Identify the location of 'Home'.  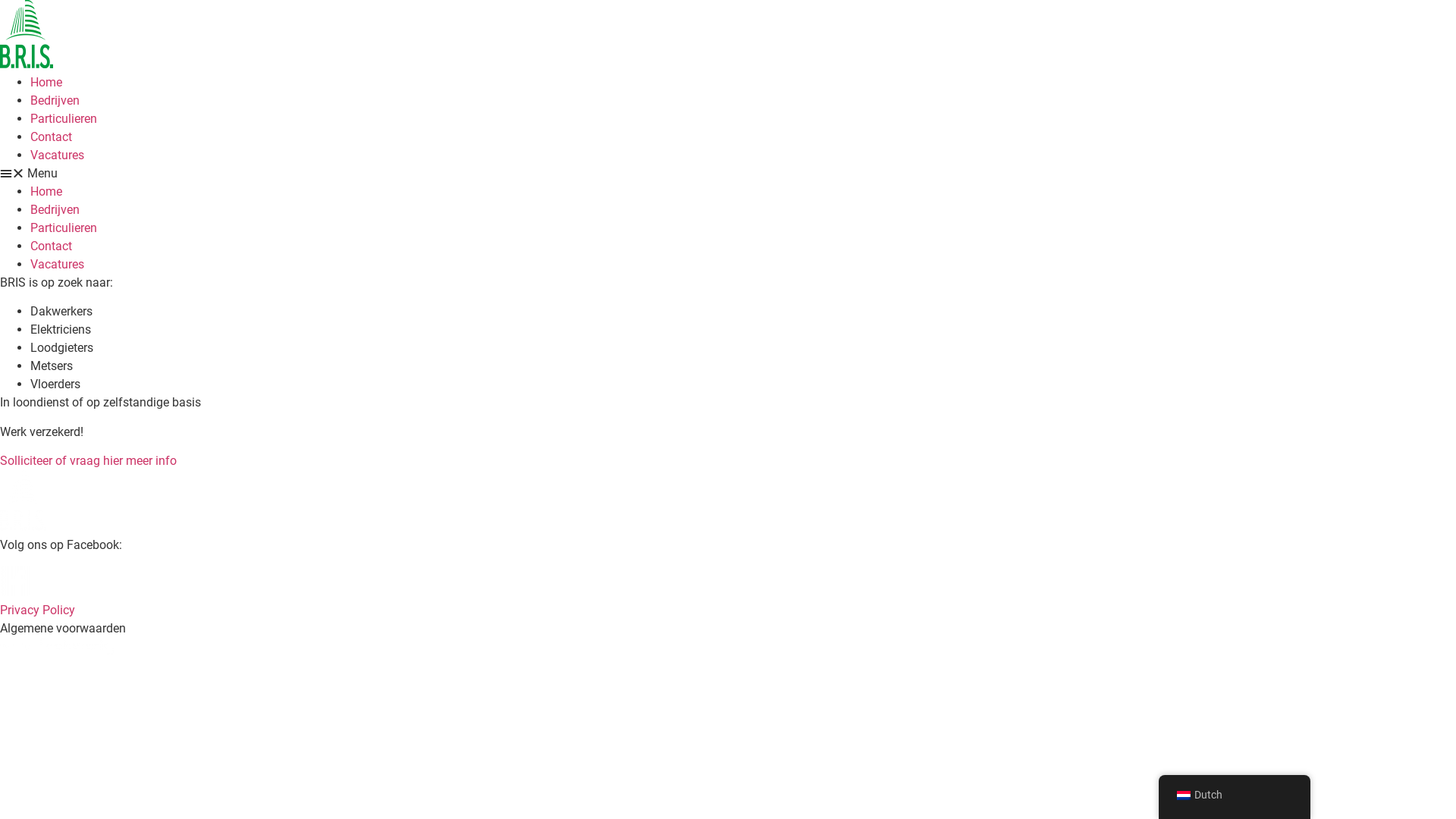
(30, 190).